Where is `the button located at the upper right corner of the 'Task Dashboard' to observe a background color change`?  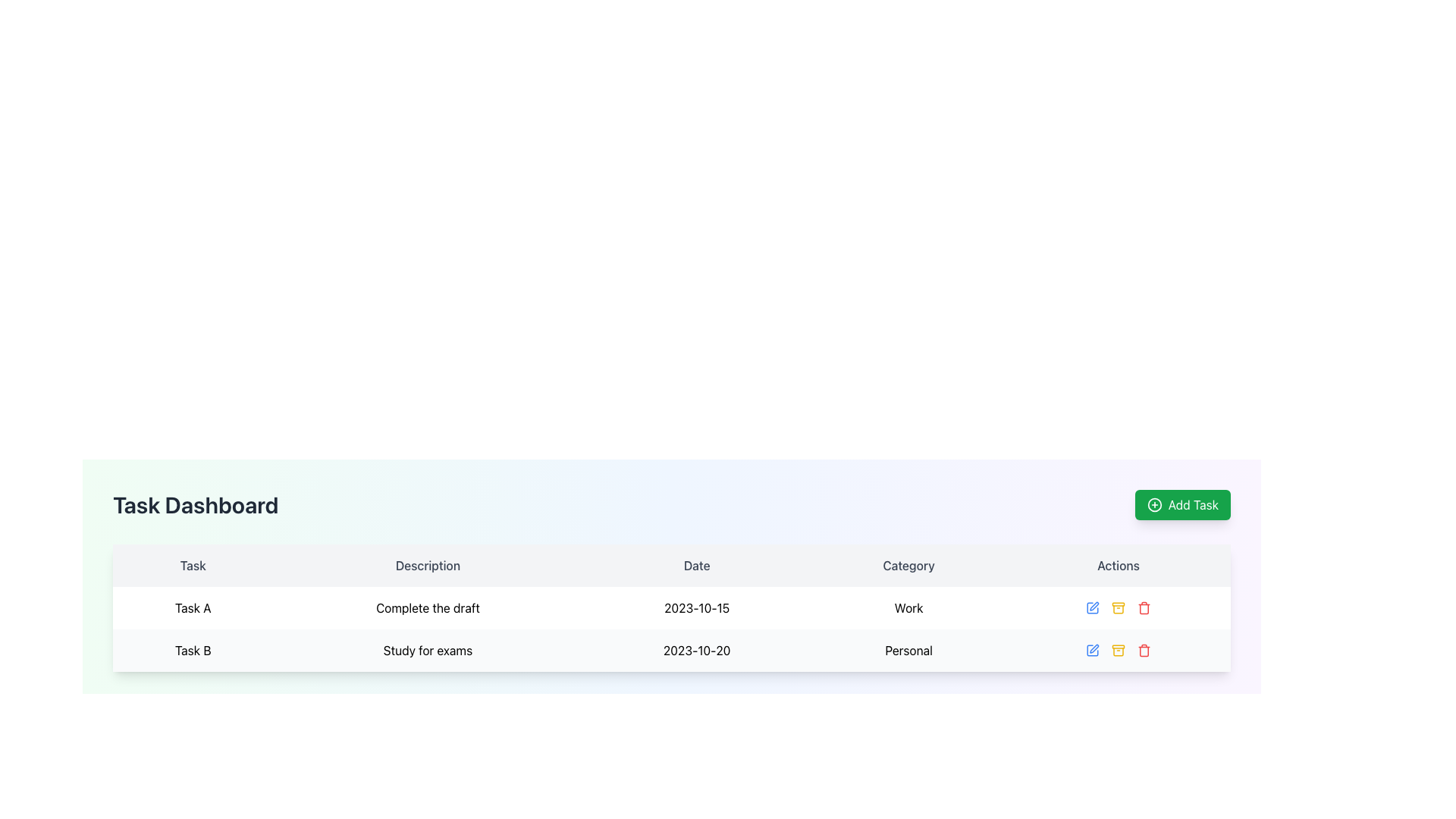 the button located at the upper right corner of the 'Task Dashboard' to observe a background color change is located at coordinates (1181, 505).